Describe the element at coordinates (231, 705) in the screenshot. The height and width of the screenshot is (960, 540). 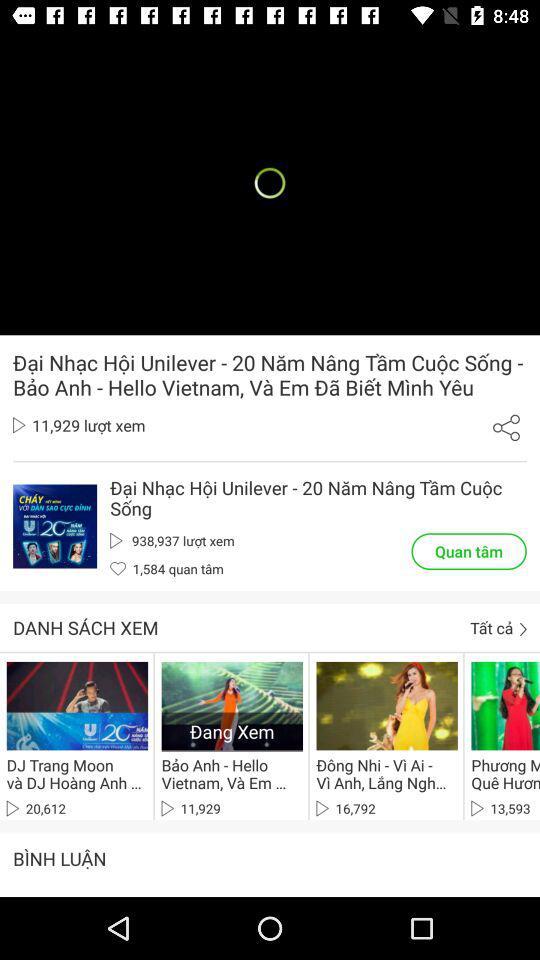
I see `the second left image under danh sach xem` at that location.